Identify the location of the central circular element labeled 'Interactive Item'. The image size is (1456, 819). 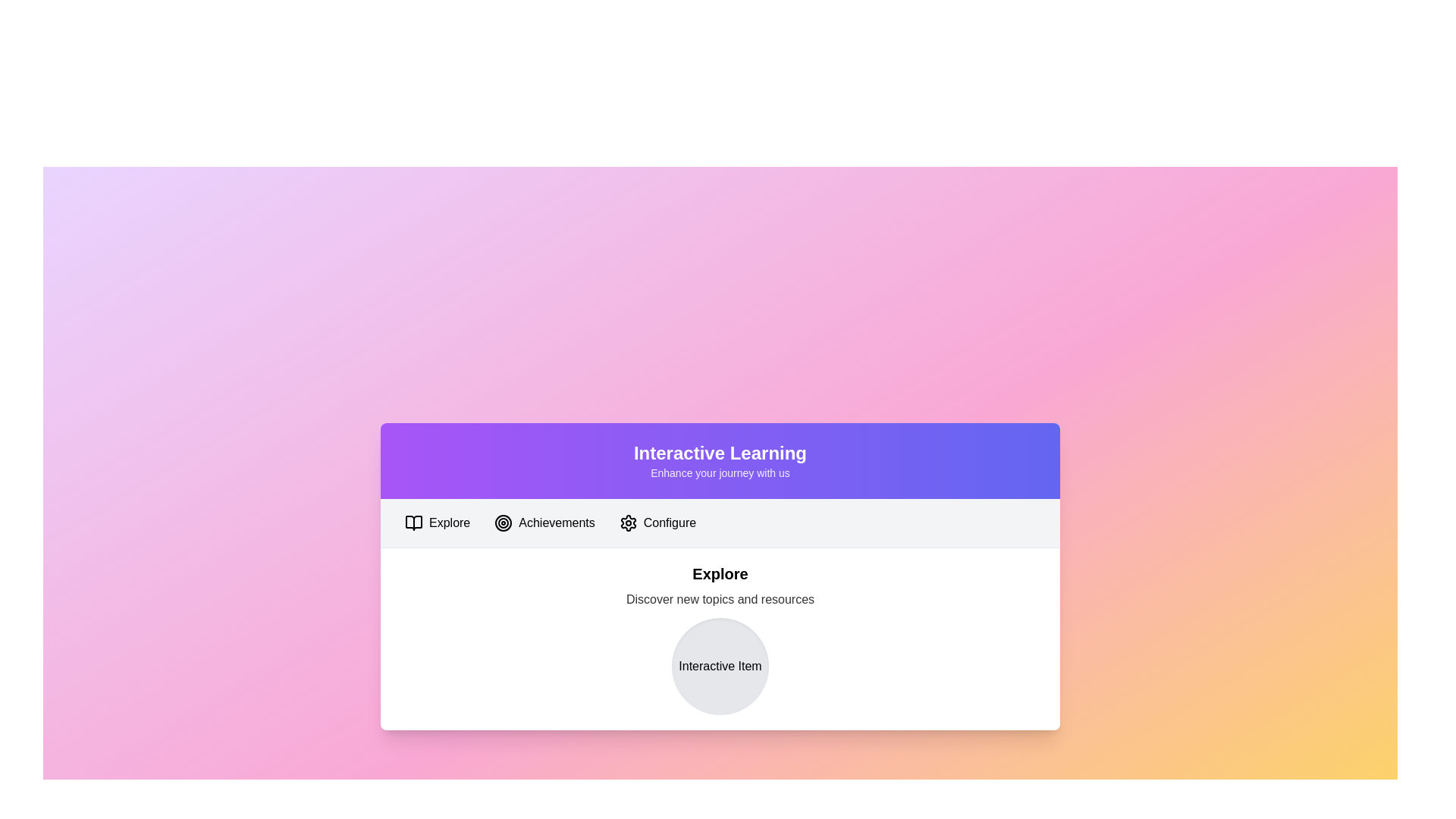
(720, 665).